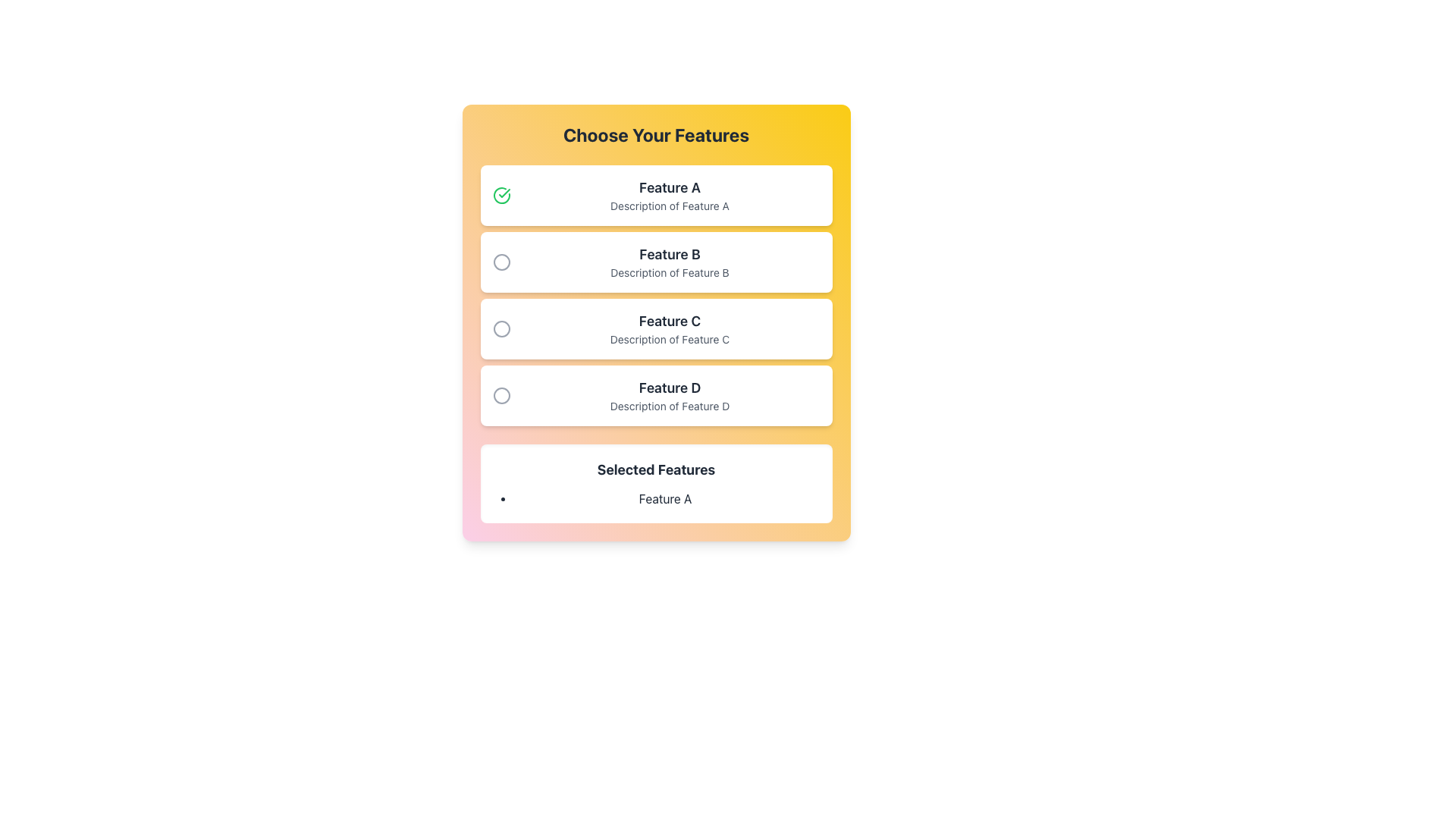  I want to click on the unselected radio button for 'Feature D', so click(501, 394).